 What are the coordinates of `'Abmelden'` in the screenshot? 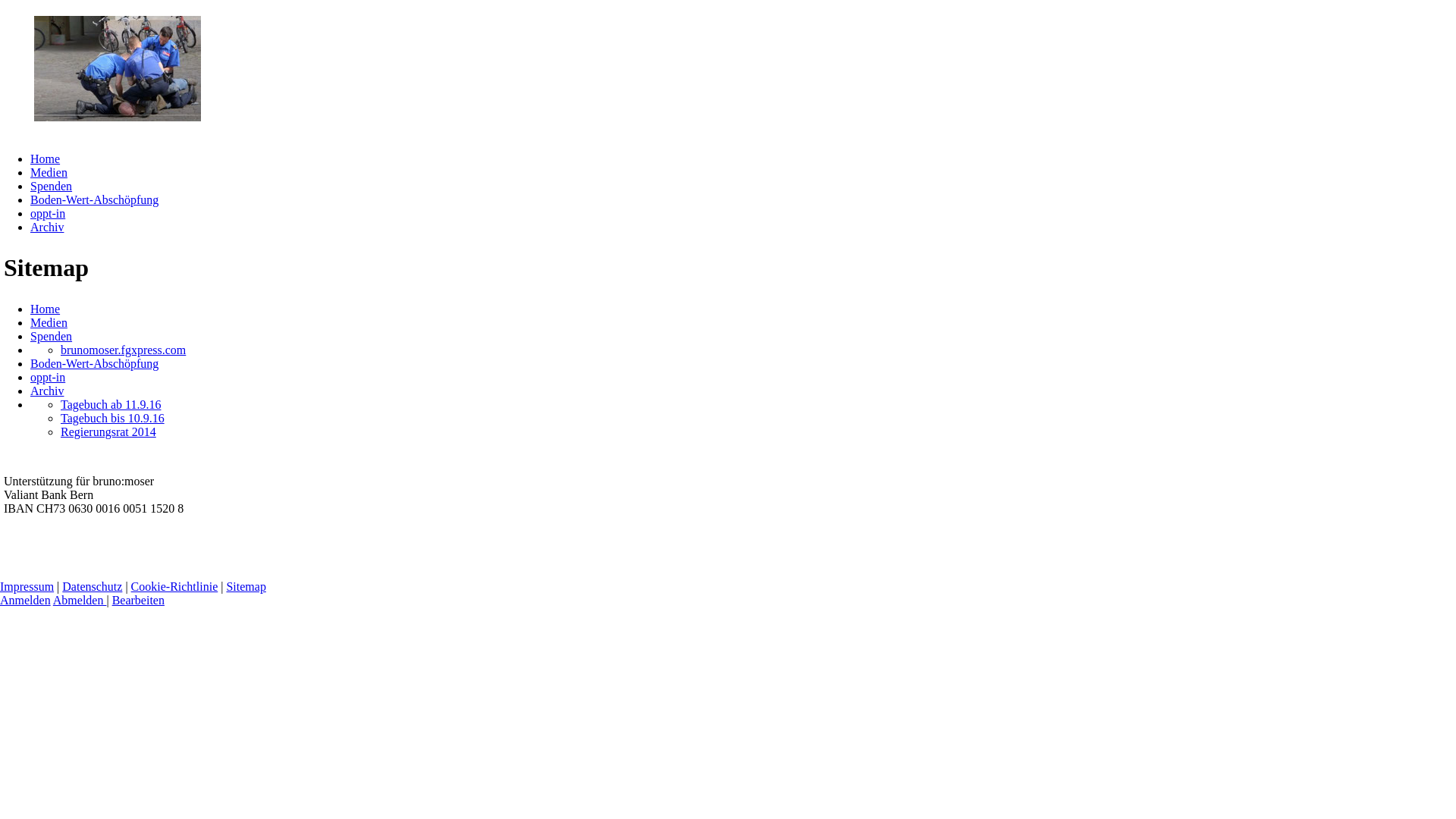 It's located at (53, 599).